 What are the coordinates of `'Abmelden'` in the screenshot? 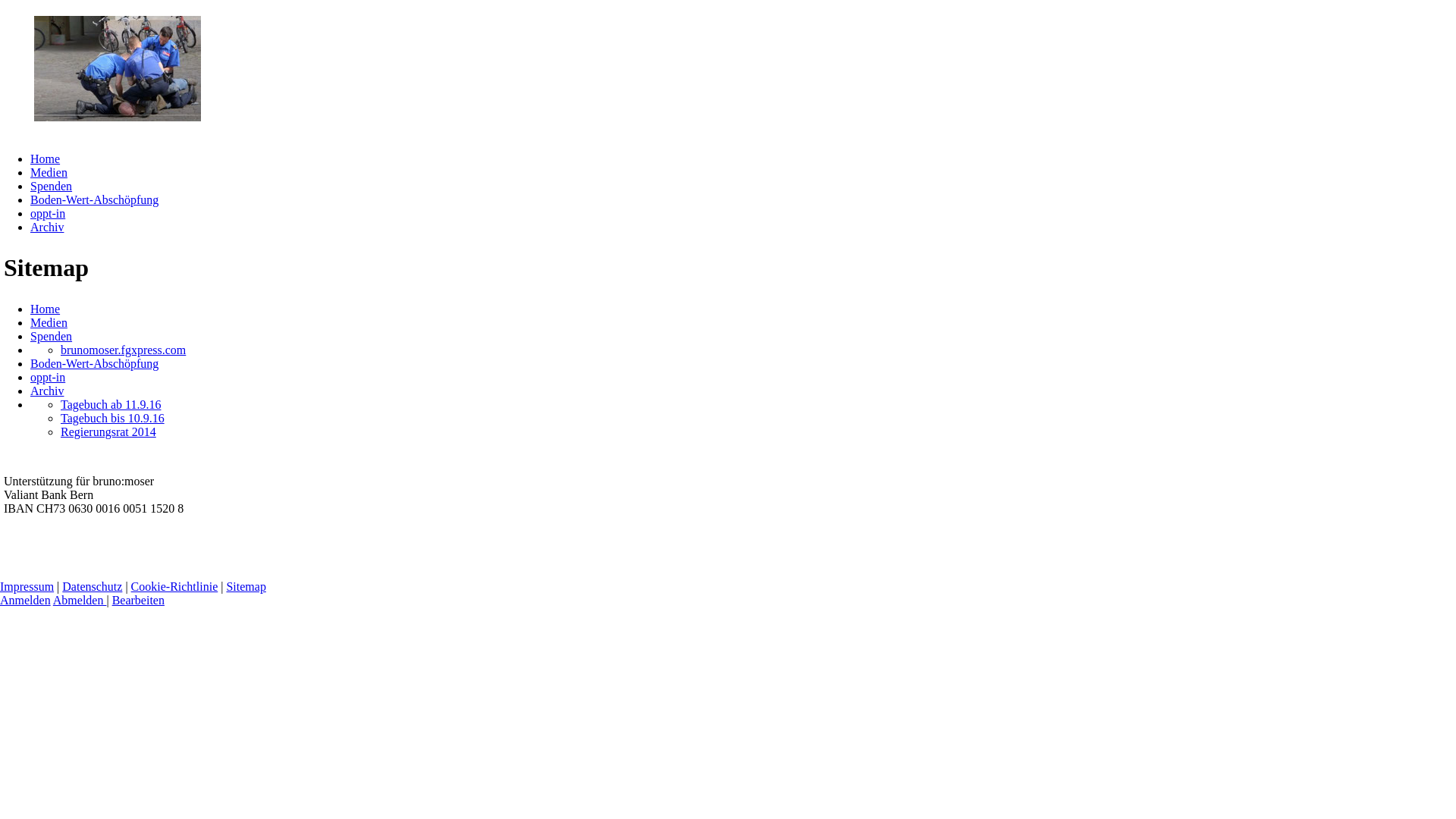 It's located at (53, 599).